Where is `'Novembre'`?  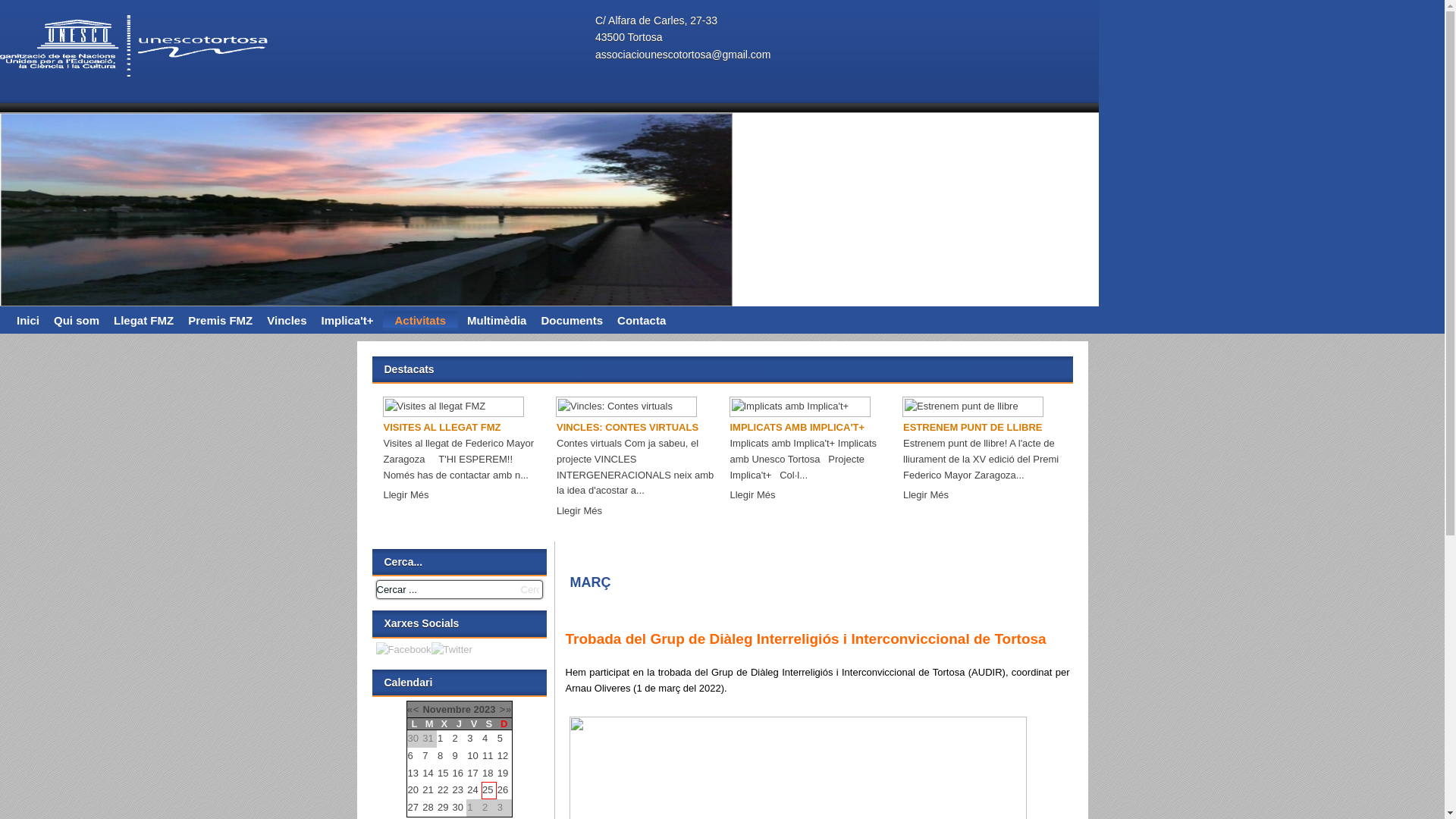
'Novembre' is located at coordinates (446, 709).